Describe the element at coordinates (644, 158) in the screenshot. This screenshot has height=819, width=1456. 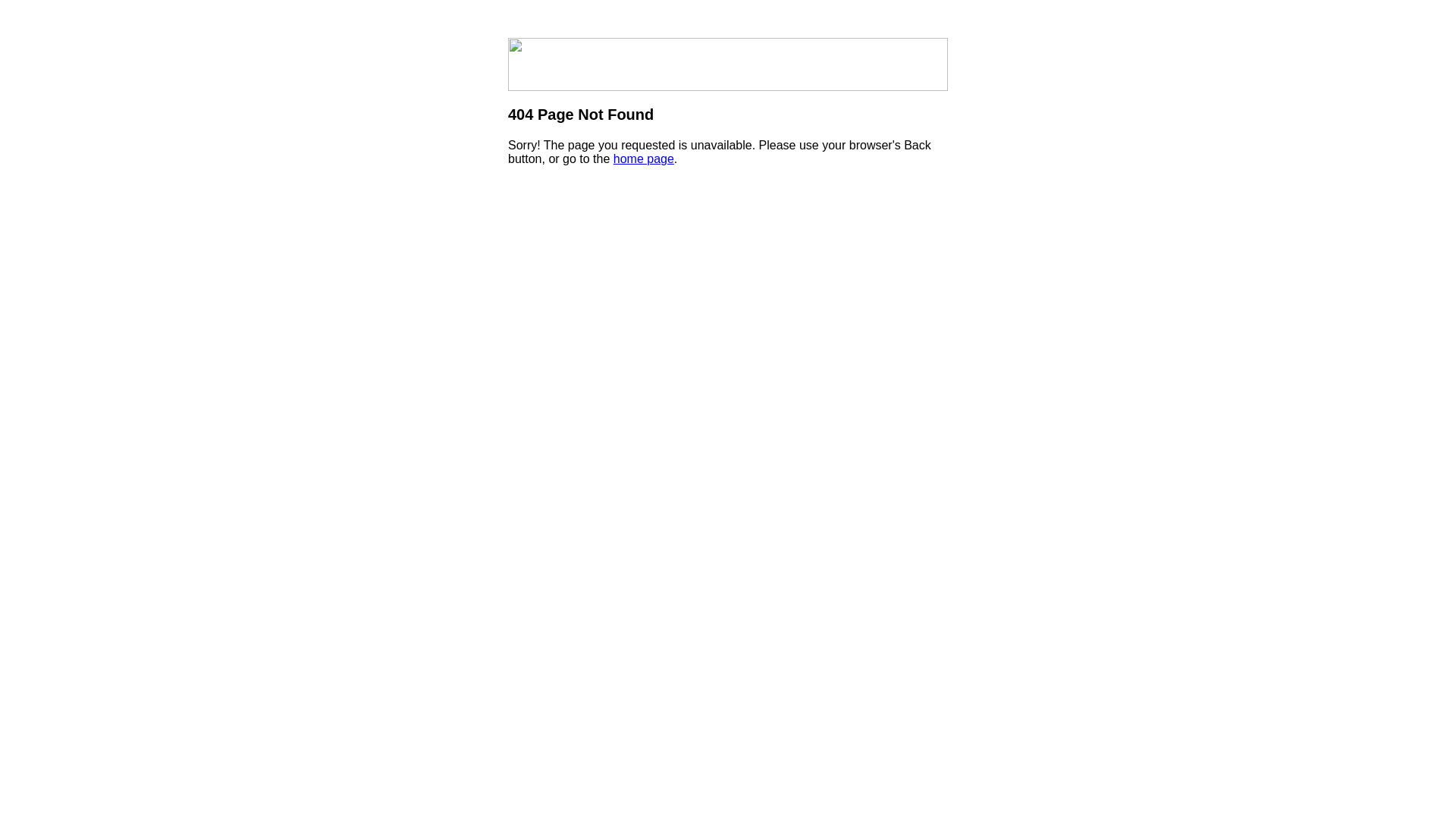
I see `'home page'` at that location.